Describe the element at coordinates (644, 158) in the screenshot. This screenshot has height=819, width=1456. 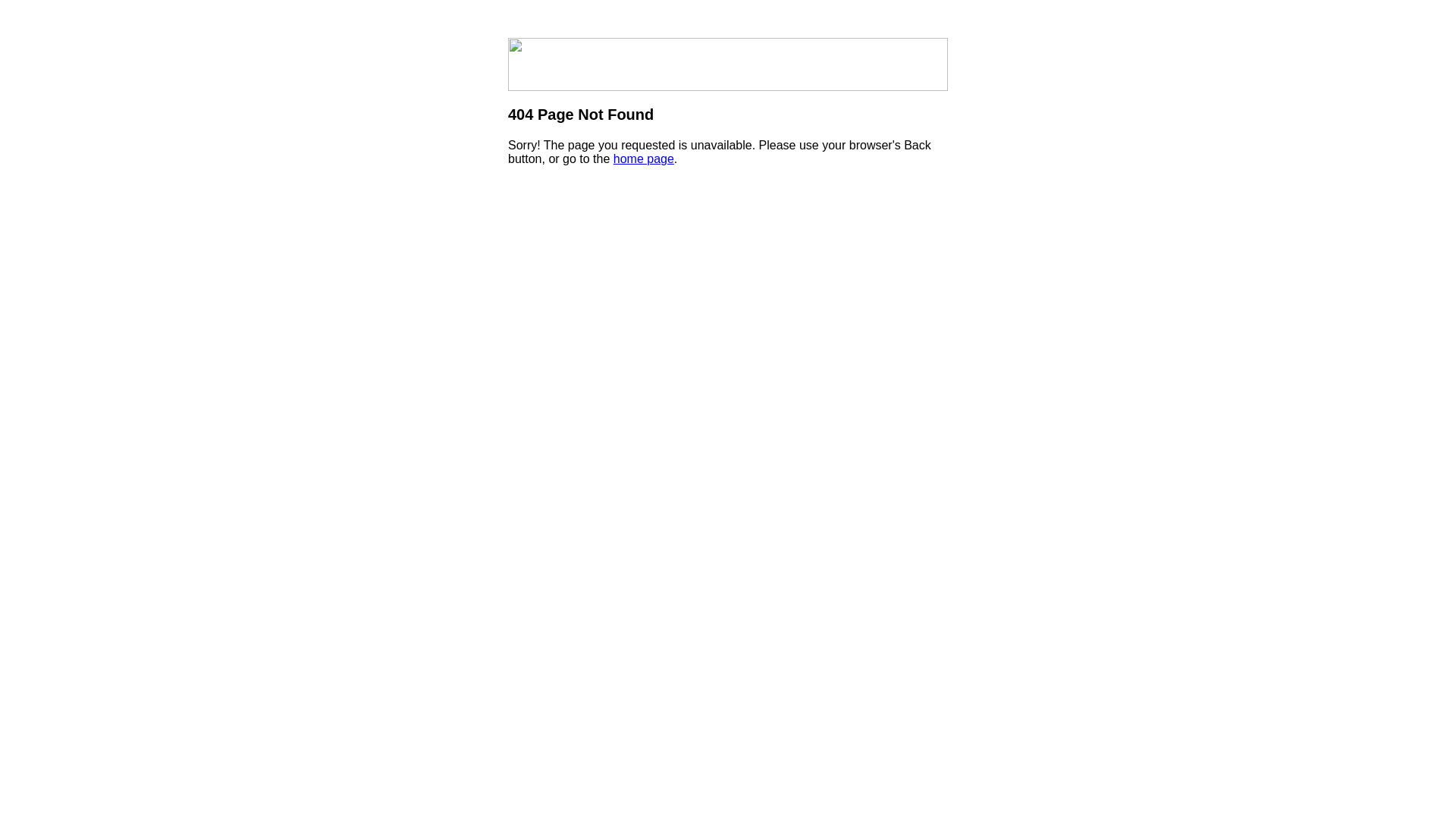
I see `'home page'` at that location.